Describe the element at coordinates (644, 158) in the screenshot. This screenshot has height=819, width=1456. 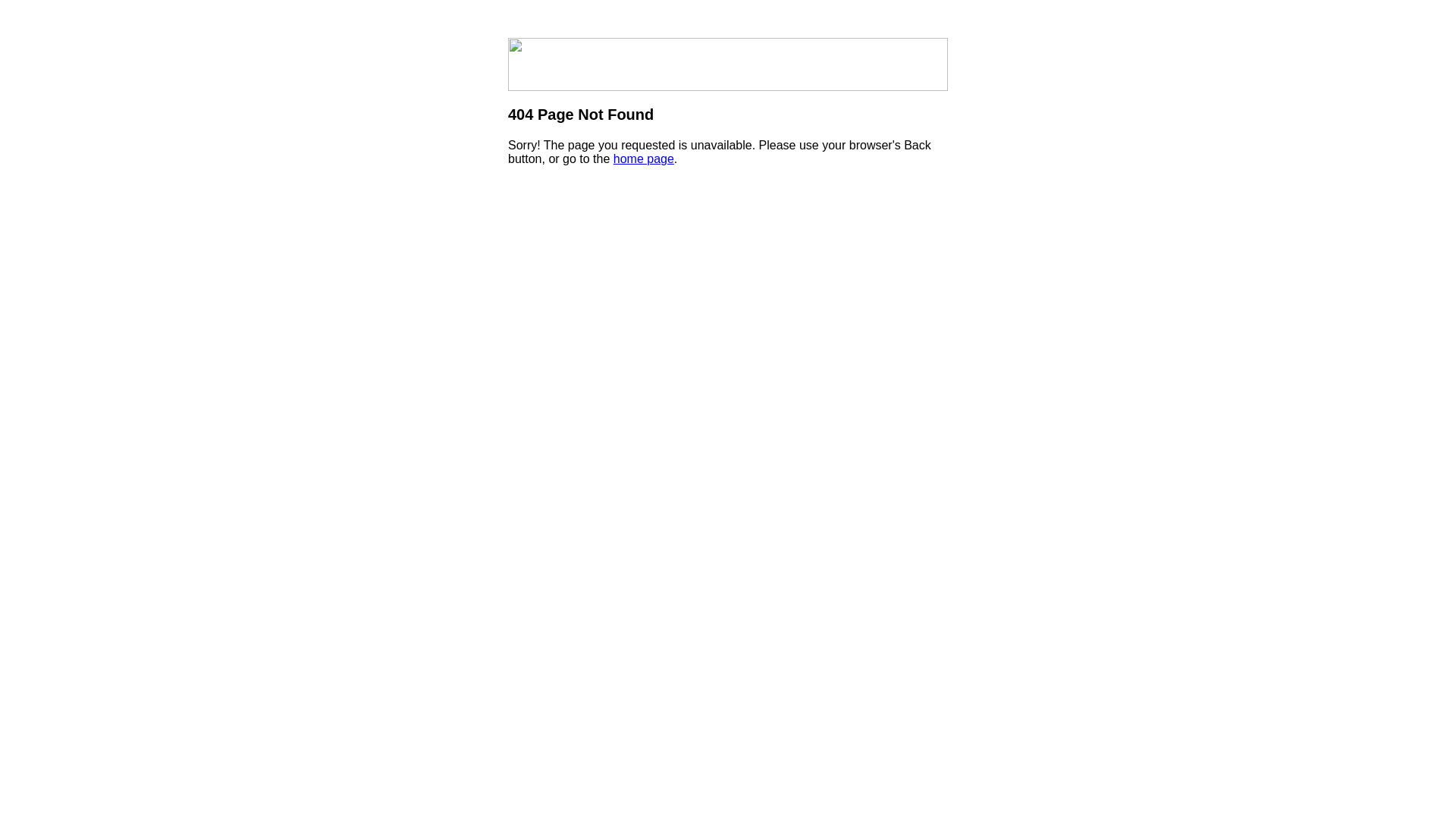
I see `'home page'` at that location.